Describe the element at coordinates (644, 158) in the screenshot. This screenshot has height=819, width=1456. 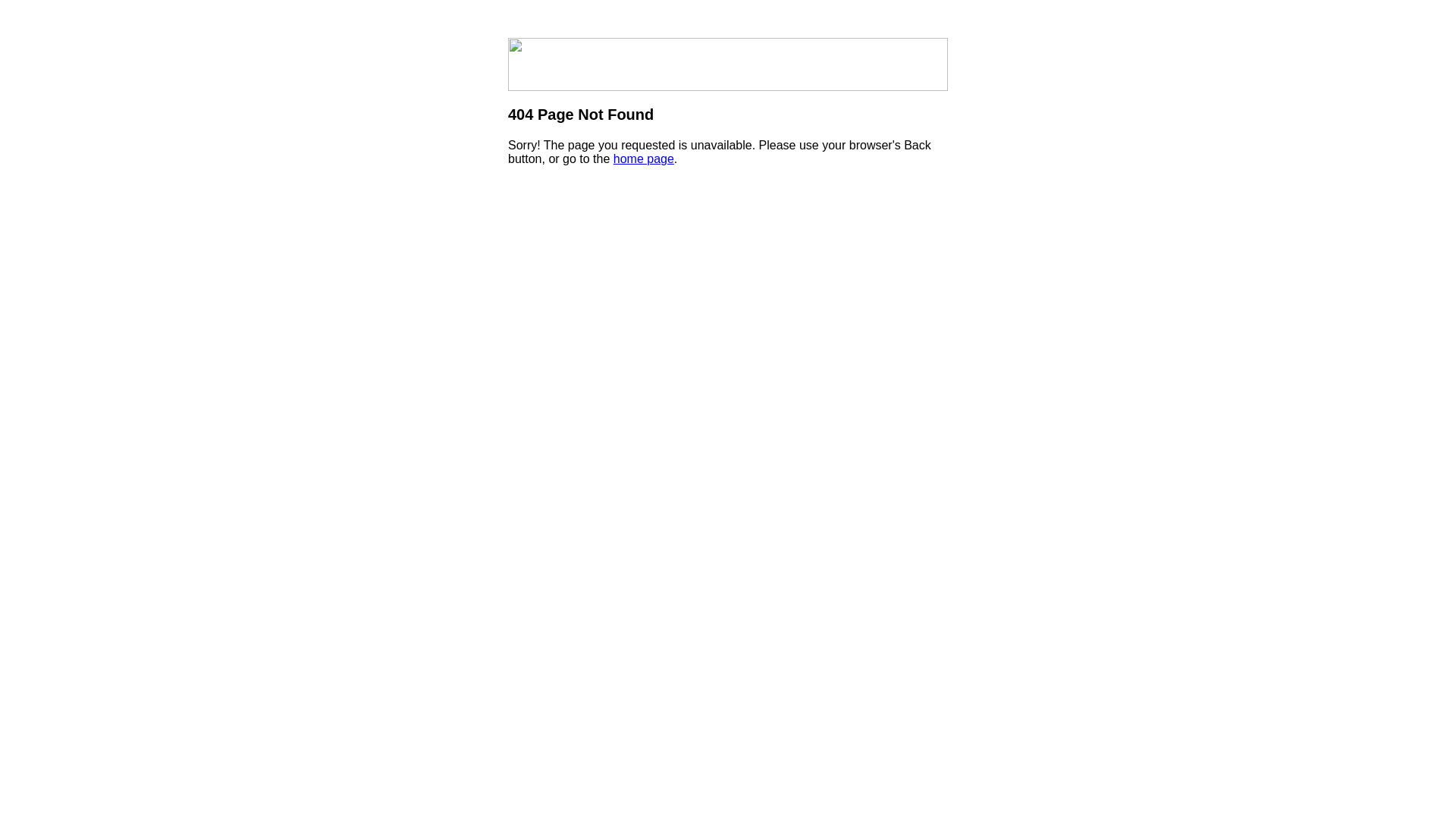
I see `'home page'` at that location.